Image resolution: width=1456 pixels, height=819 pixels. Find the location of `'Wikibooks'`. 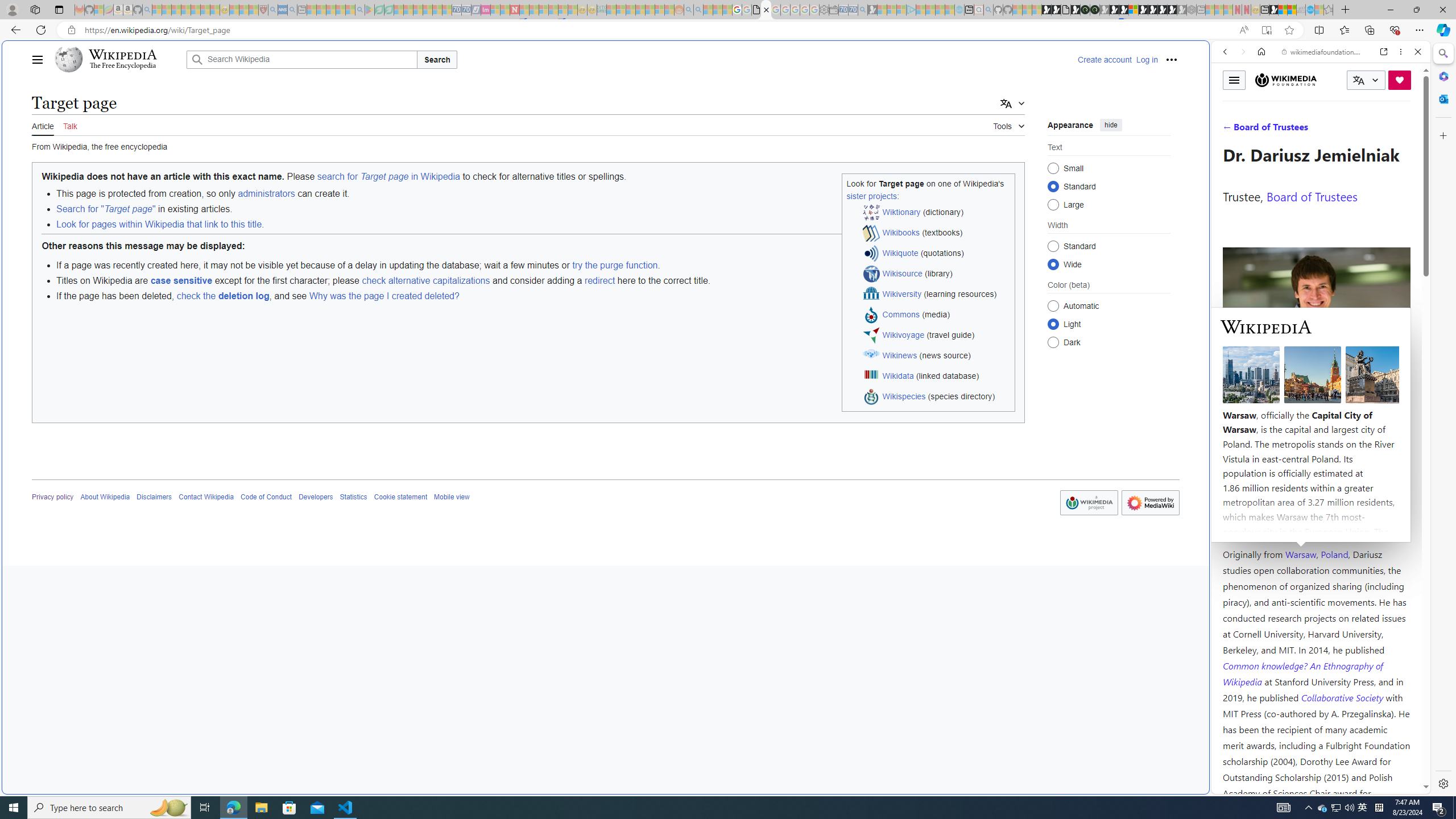

'Wikibooks' is located at coordinates (900, 231).